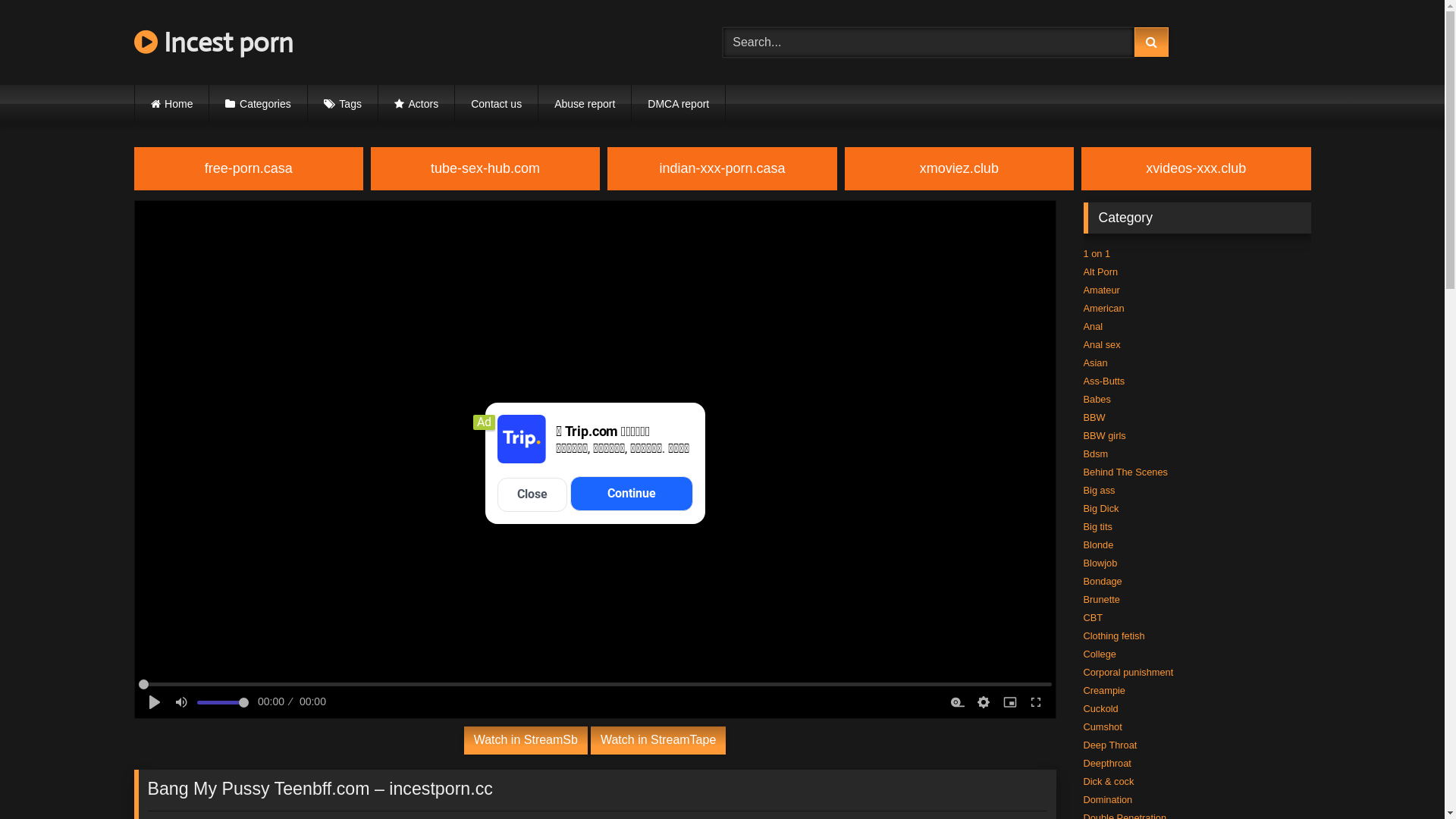 The width and height of the screenshot is (1456, 819). What do you see at coordinates (1109, 744) in the screenshot?
I see `'Deep Throat'` at bounding box center [1109, 744].